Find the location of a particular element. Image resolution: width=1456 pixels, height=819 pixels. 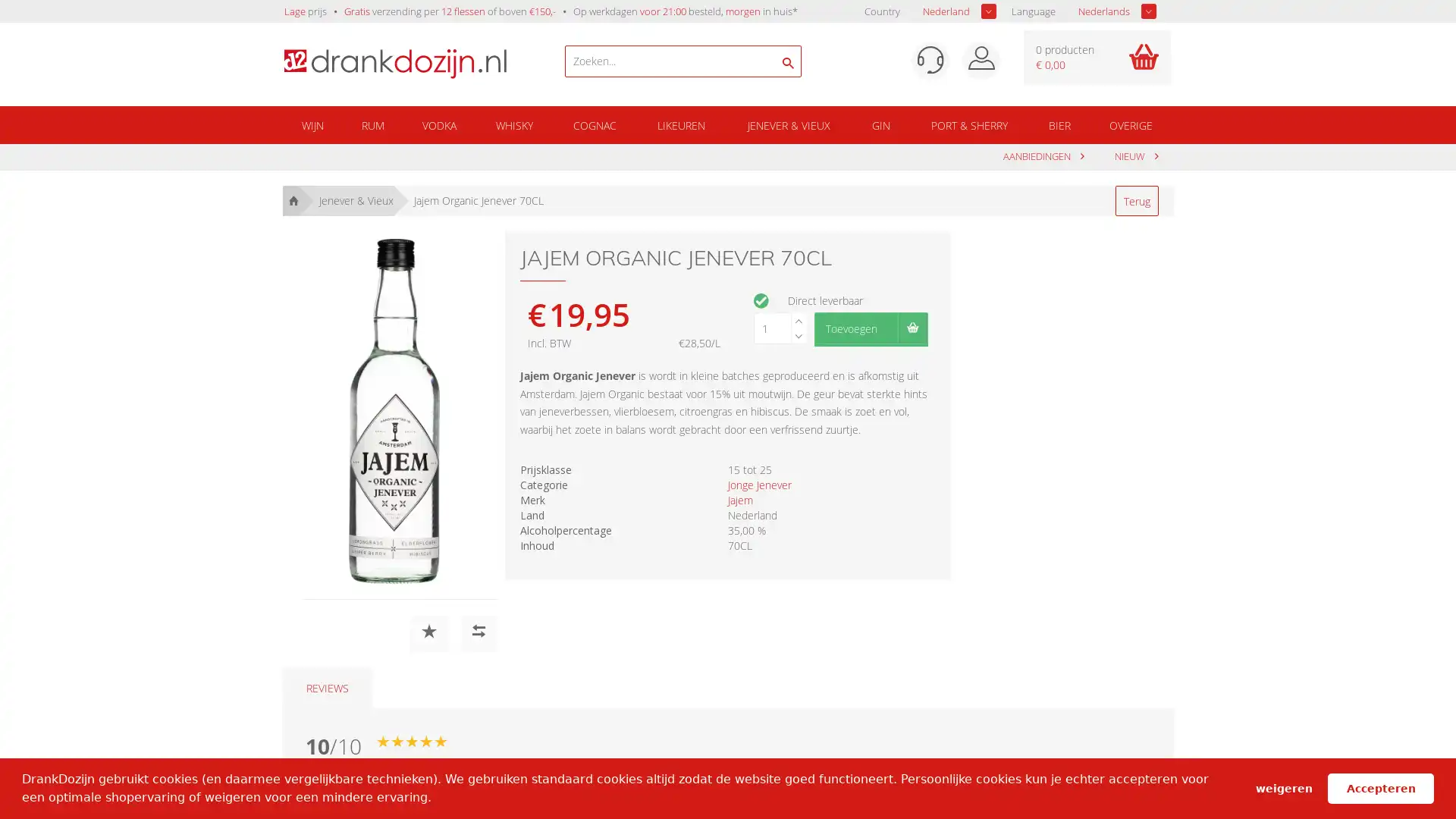

allow cookies is located at coordinates (1380, 787).